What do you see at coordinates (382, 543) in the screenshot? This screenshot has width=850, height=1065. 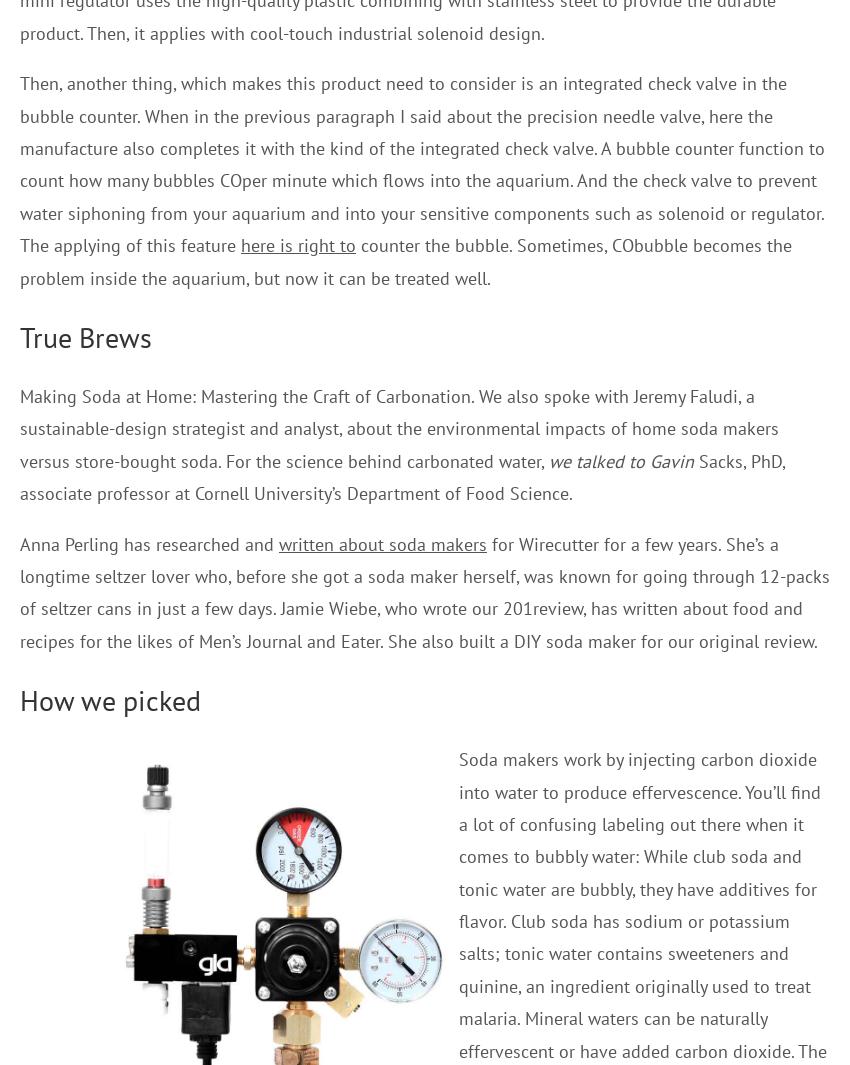 I see `'written about soda makers'` at bounding box center [382, 543].